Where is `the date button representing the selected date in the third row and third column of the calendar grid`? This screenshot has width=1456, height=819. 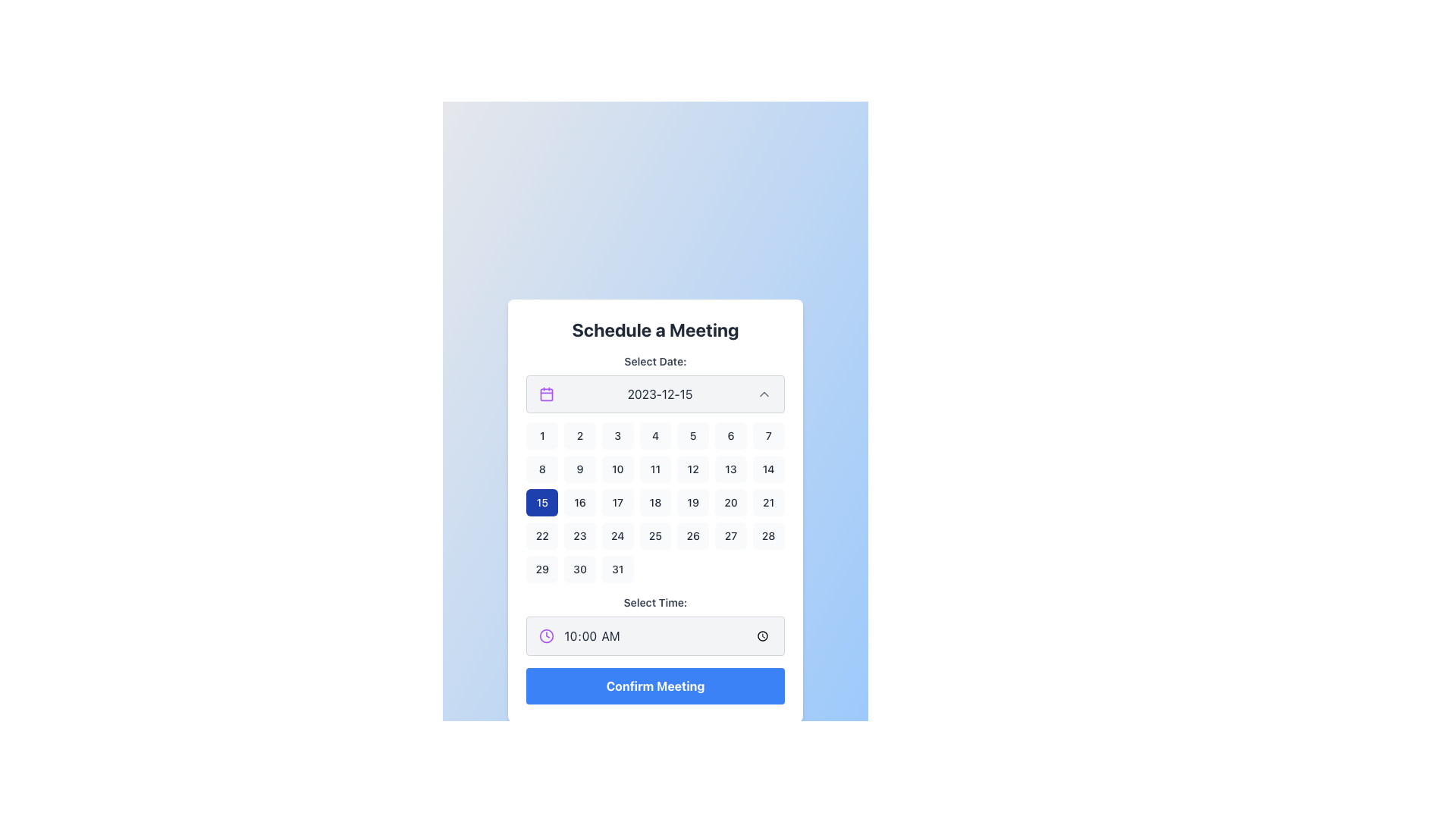
the date button representing the selected date in the third row and third column of the calendar grid is located at coordinates (617, 503).